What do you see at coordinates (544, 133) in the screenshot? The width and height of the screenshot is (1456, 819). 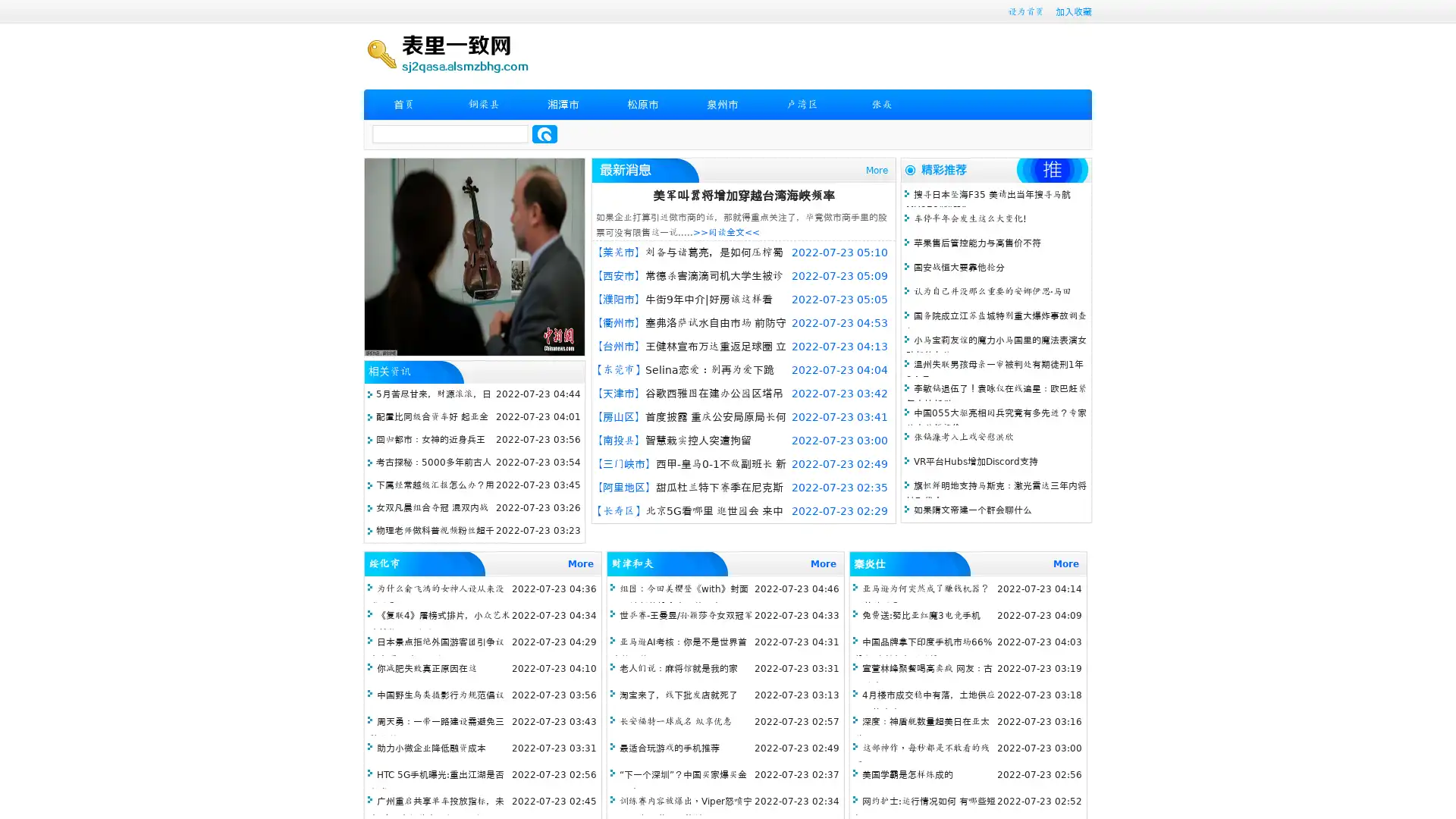 I see `Search` at bounding box center [544, 133].